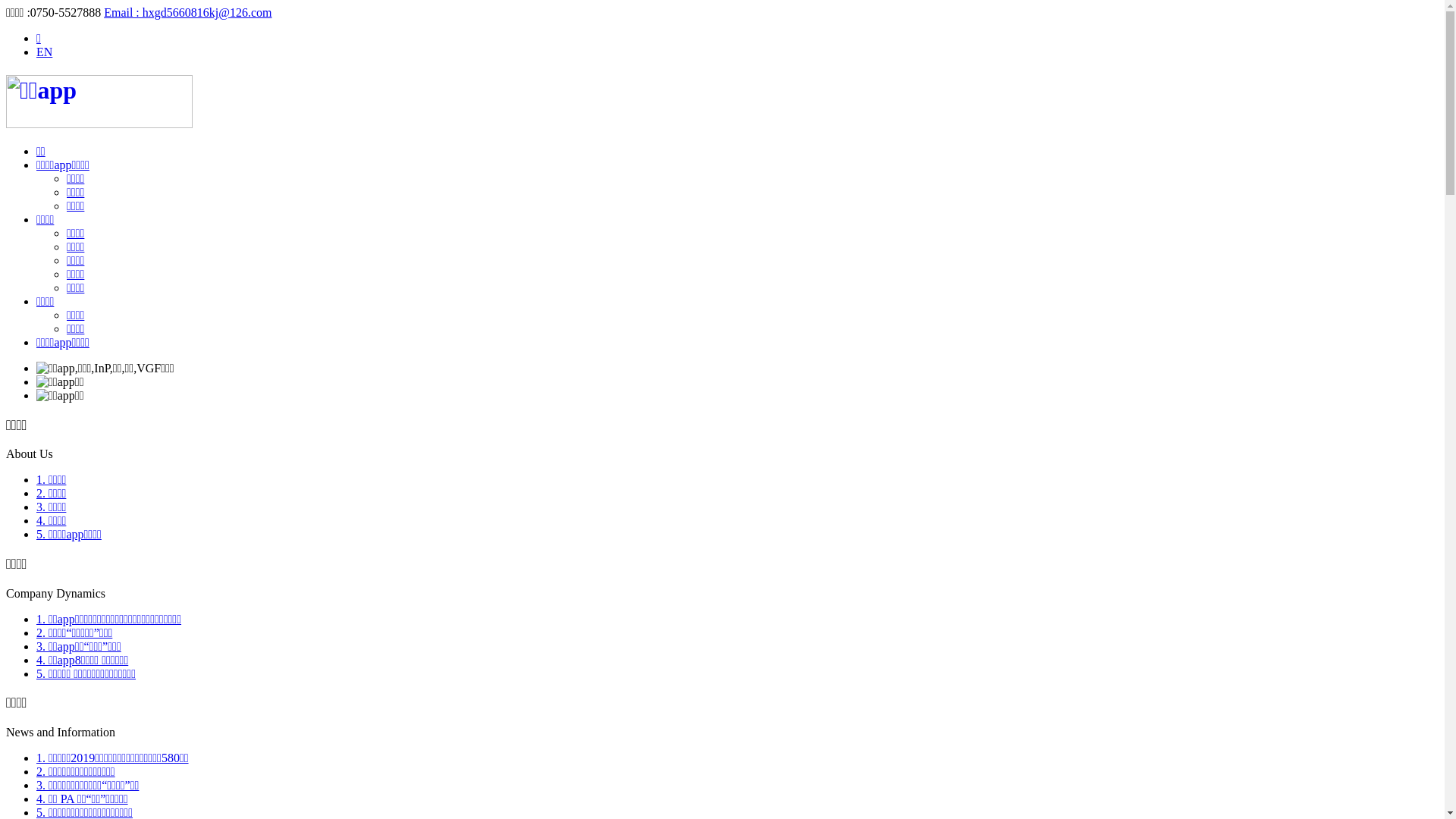  Describe the element at coordinates (44, 51) in the screenshot. I see `'EN'` at that location.